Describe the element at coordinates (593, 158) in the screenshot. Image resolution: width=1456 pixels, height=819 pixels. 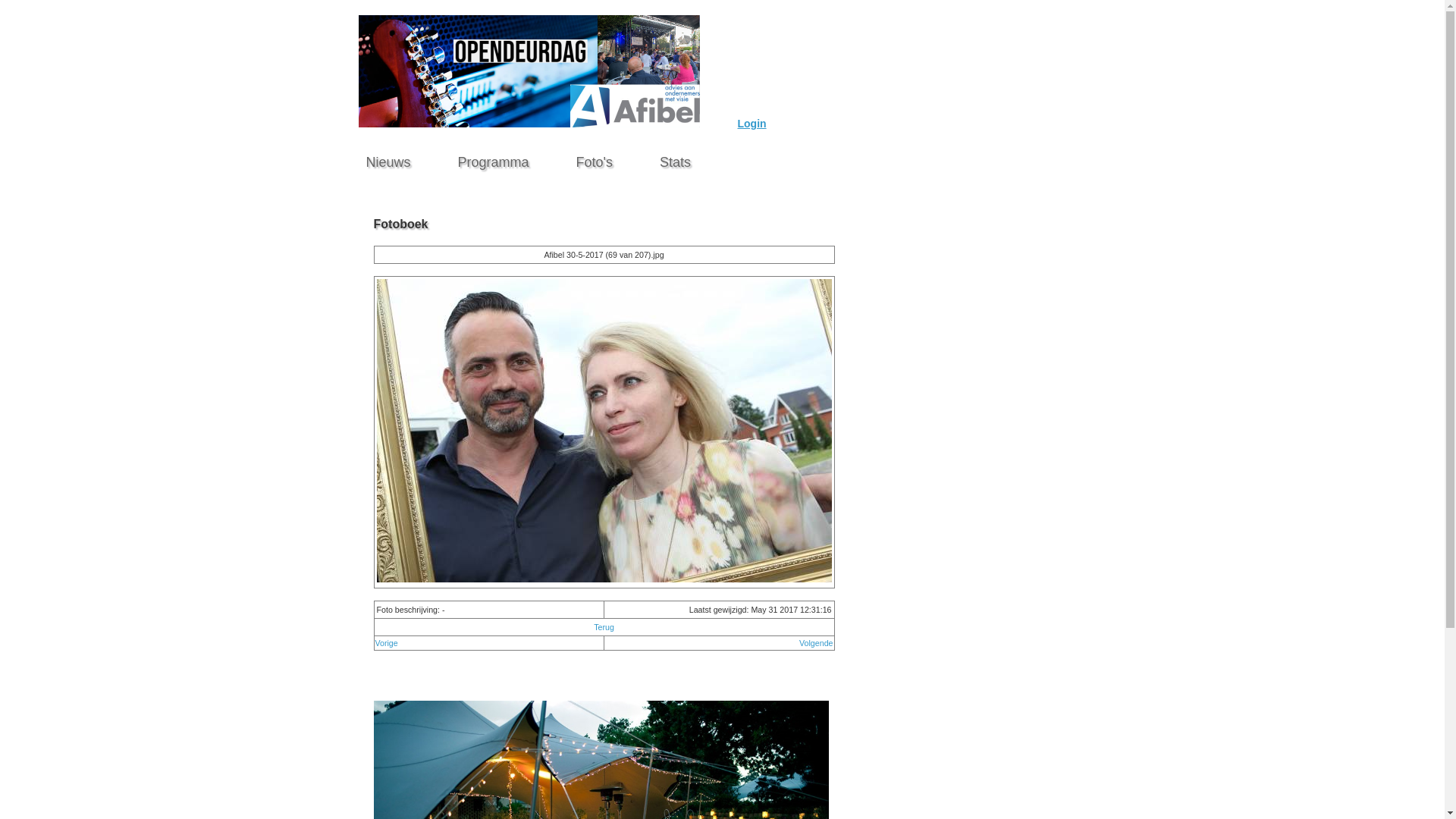
I see `'Foto's'` at that location.